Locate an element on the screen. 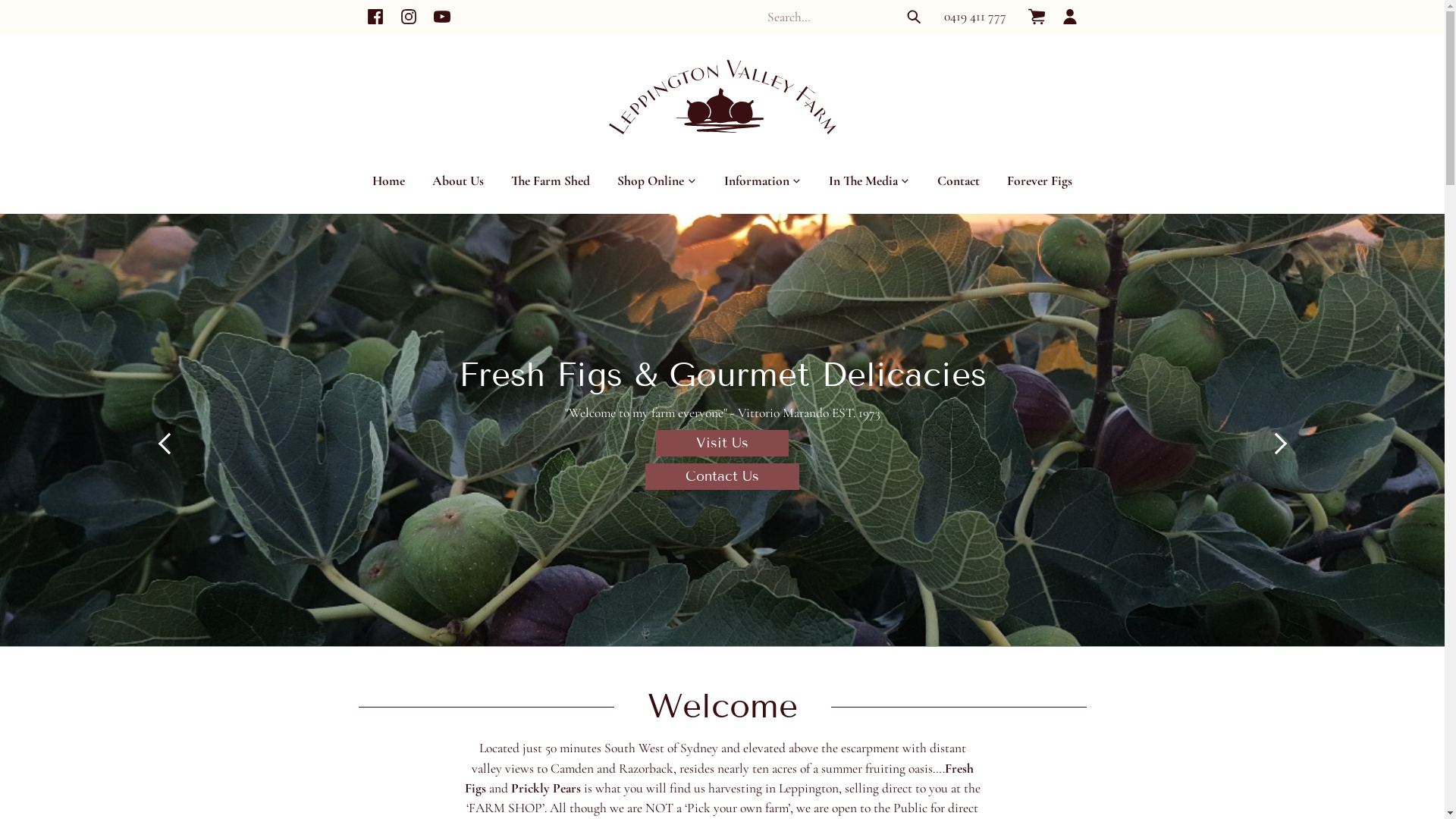 Image resolution: width=1456 pixels, height=819 pixels. 'Search' is located at coordinates (912, 17).